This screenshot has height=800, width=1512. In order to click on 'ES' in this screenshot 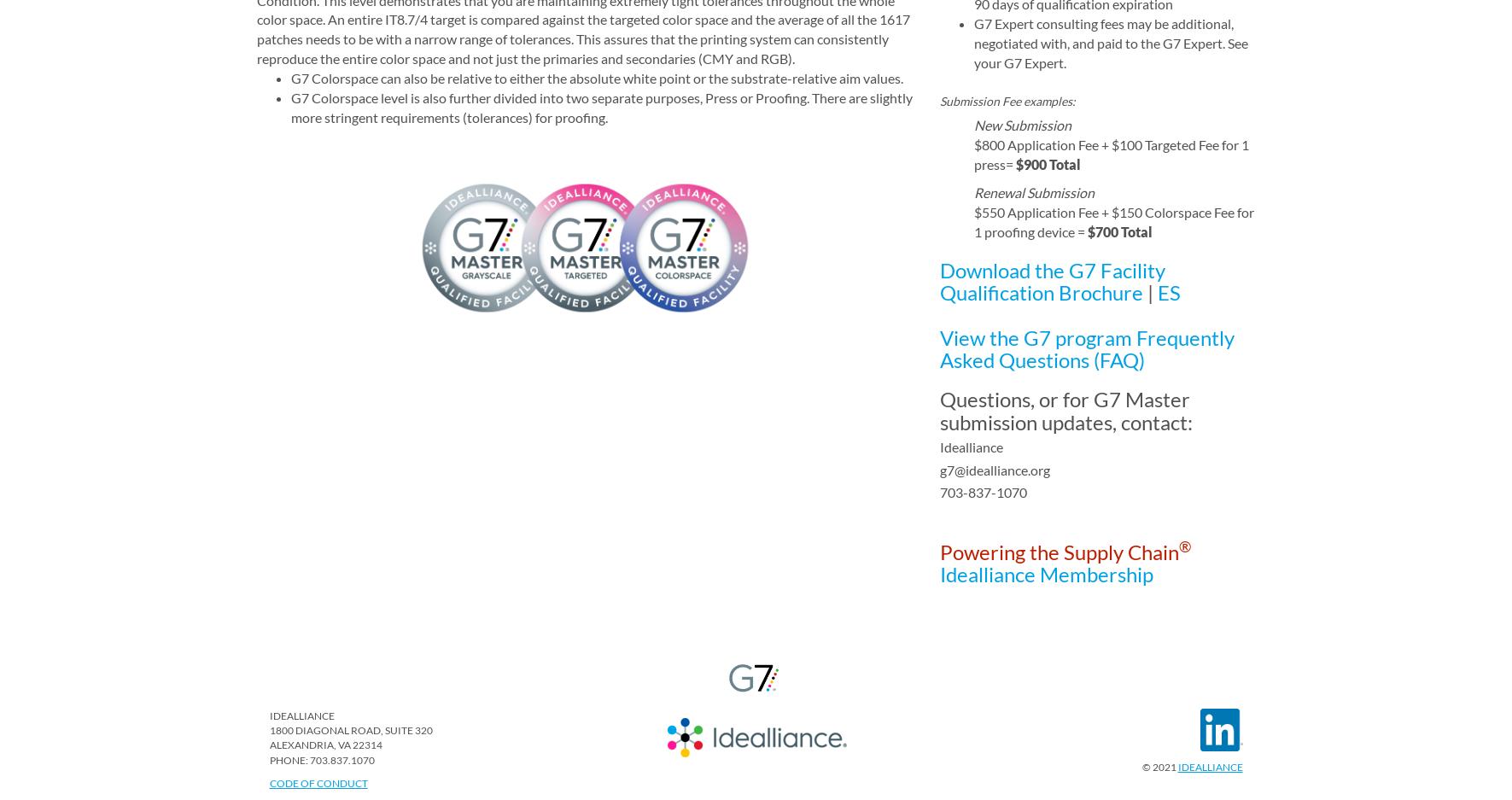, I will do `click(1167, 291)`.